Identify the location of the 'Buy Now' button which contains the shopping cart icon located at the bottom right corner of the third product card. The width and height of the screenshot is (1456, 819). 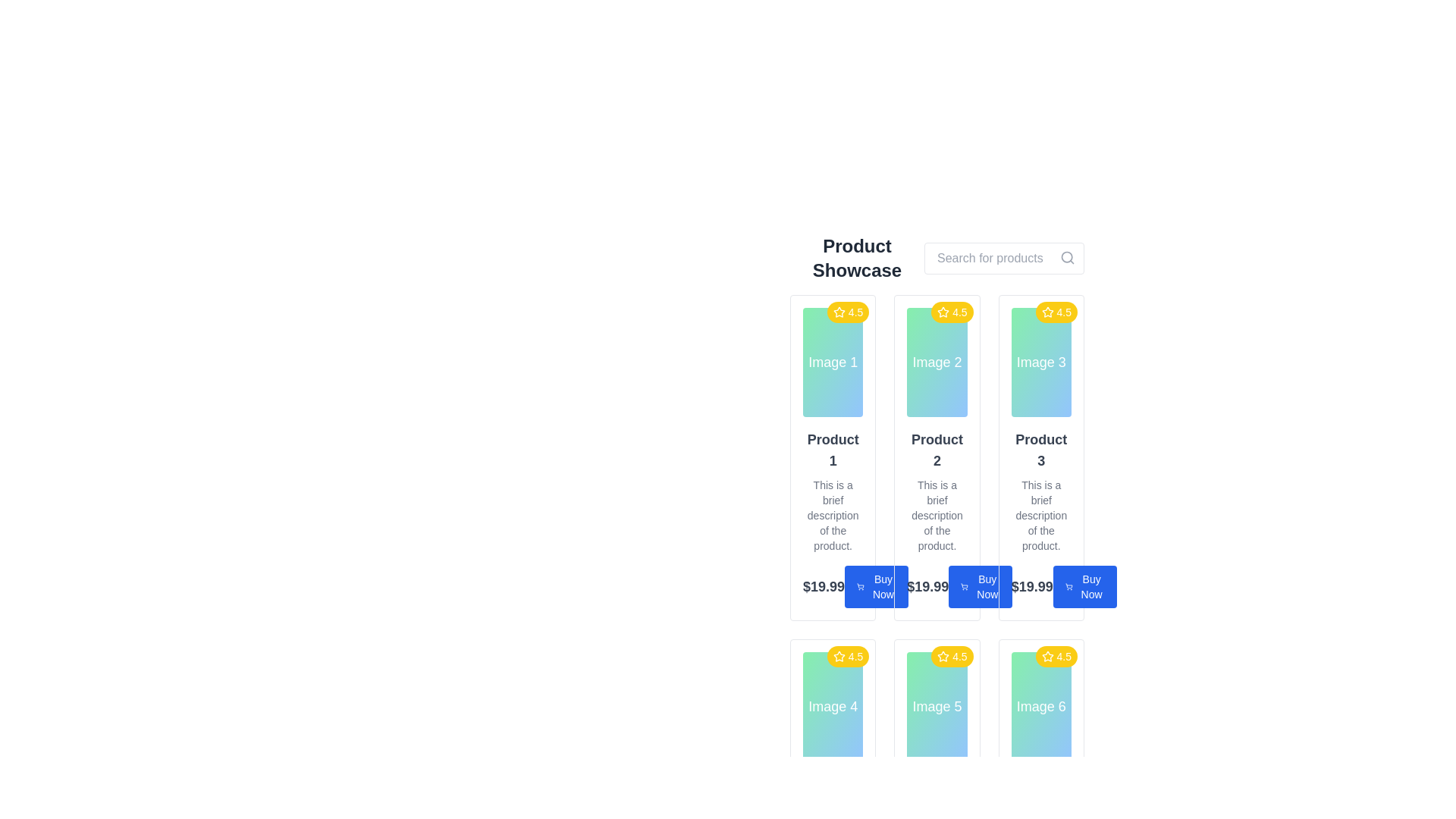
(1068, 586).